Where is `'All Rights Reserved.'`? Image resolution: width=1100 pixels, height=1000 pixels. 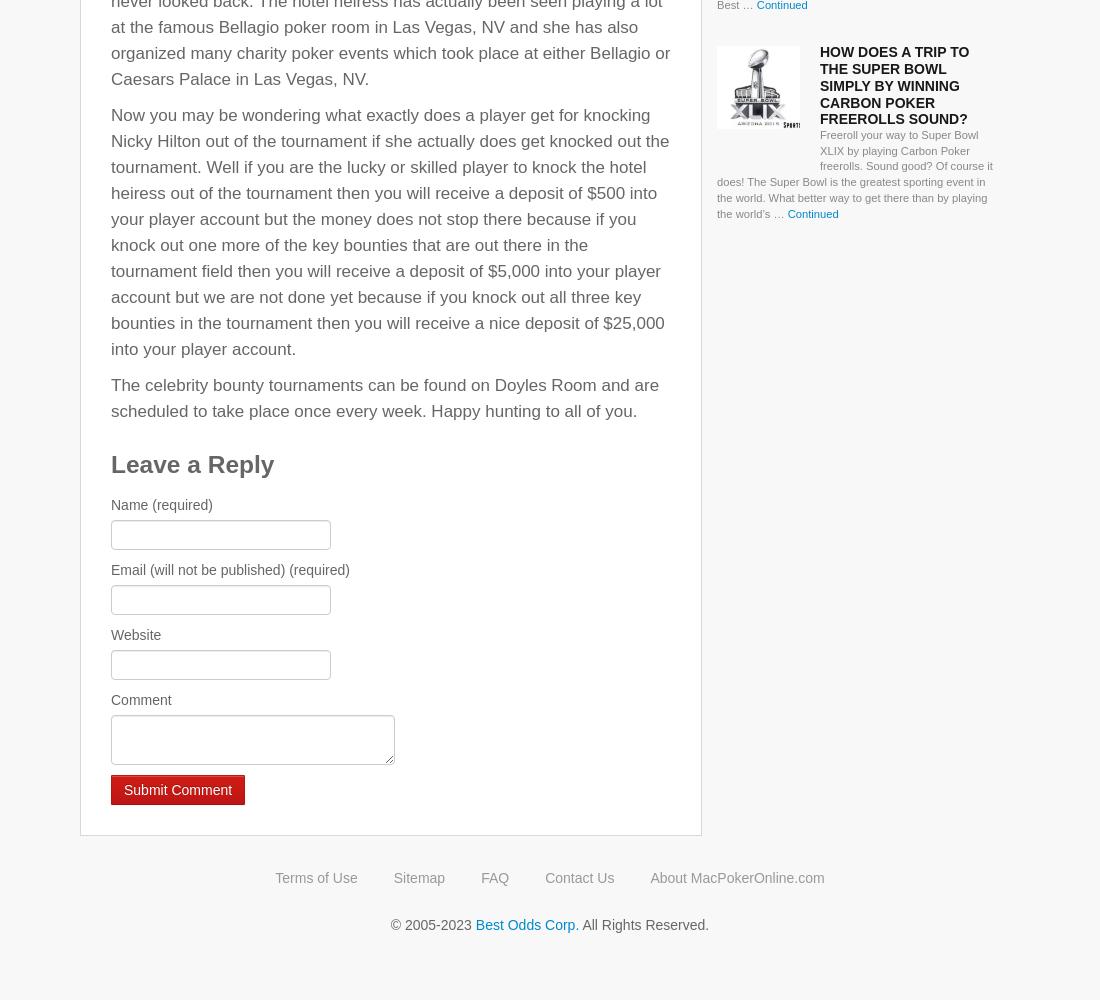 'All Rights Reserved.' is located at coordinates (578, 924).